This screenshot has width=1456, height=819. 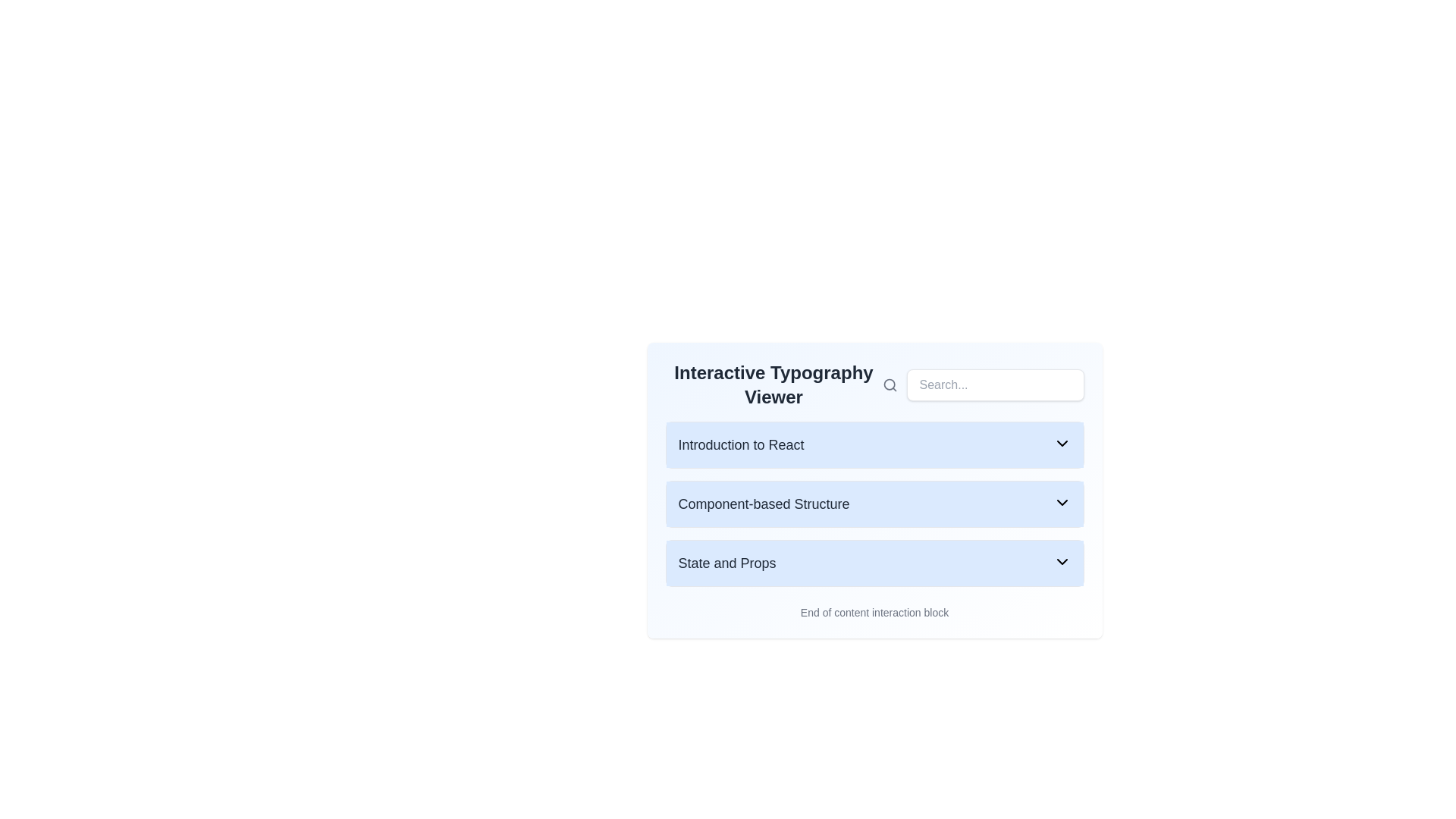 I want to click on the Dropdown toggle button located at the top of the list, so click(x=874, y=444).